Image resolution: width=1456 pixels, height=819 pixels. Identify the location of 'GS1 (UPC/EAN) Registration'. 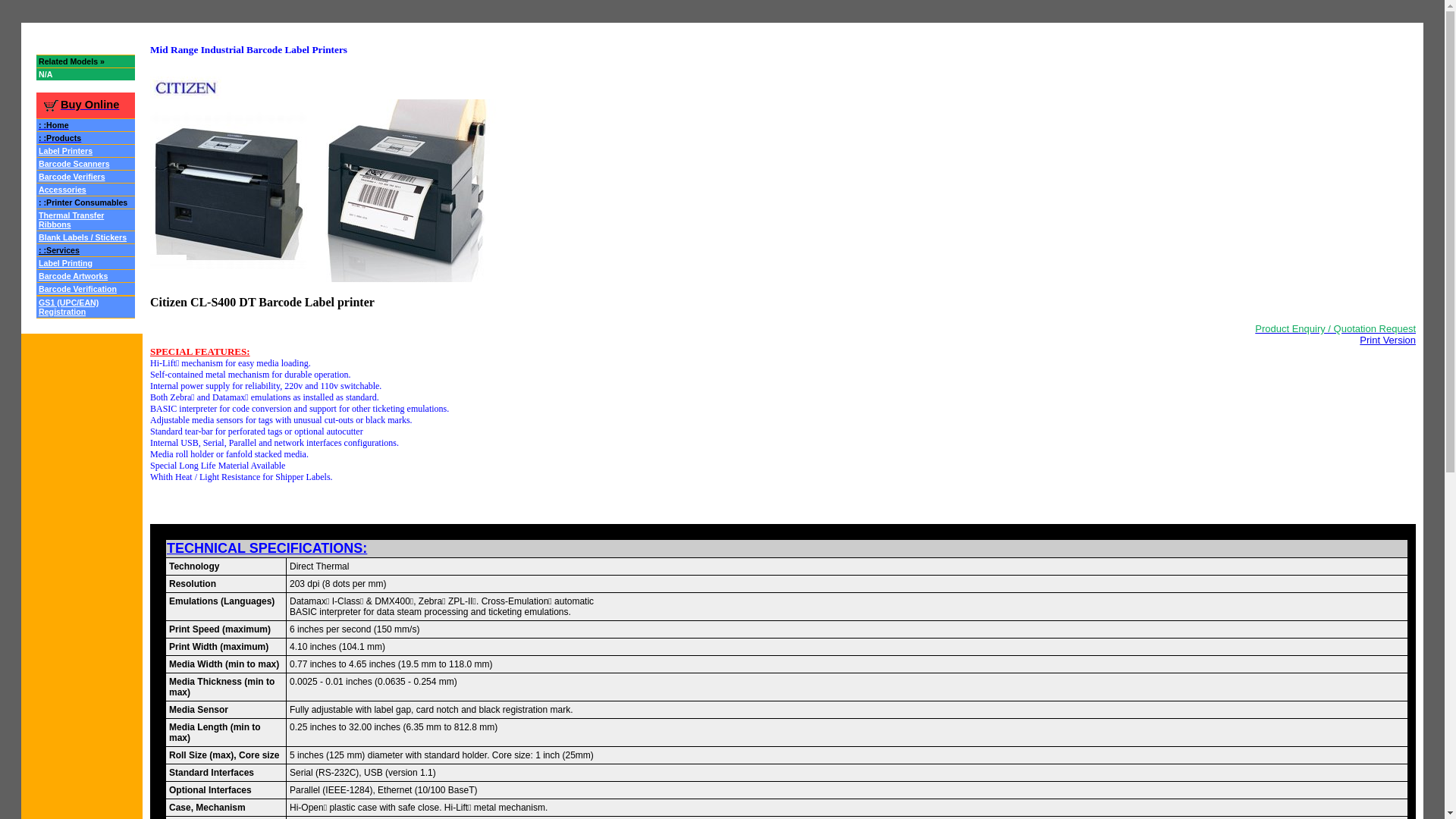
(67, 306).